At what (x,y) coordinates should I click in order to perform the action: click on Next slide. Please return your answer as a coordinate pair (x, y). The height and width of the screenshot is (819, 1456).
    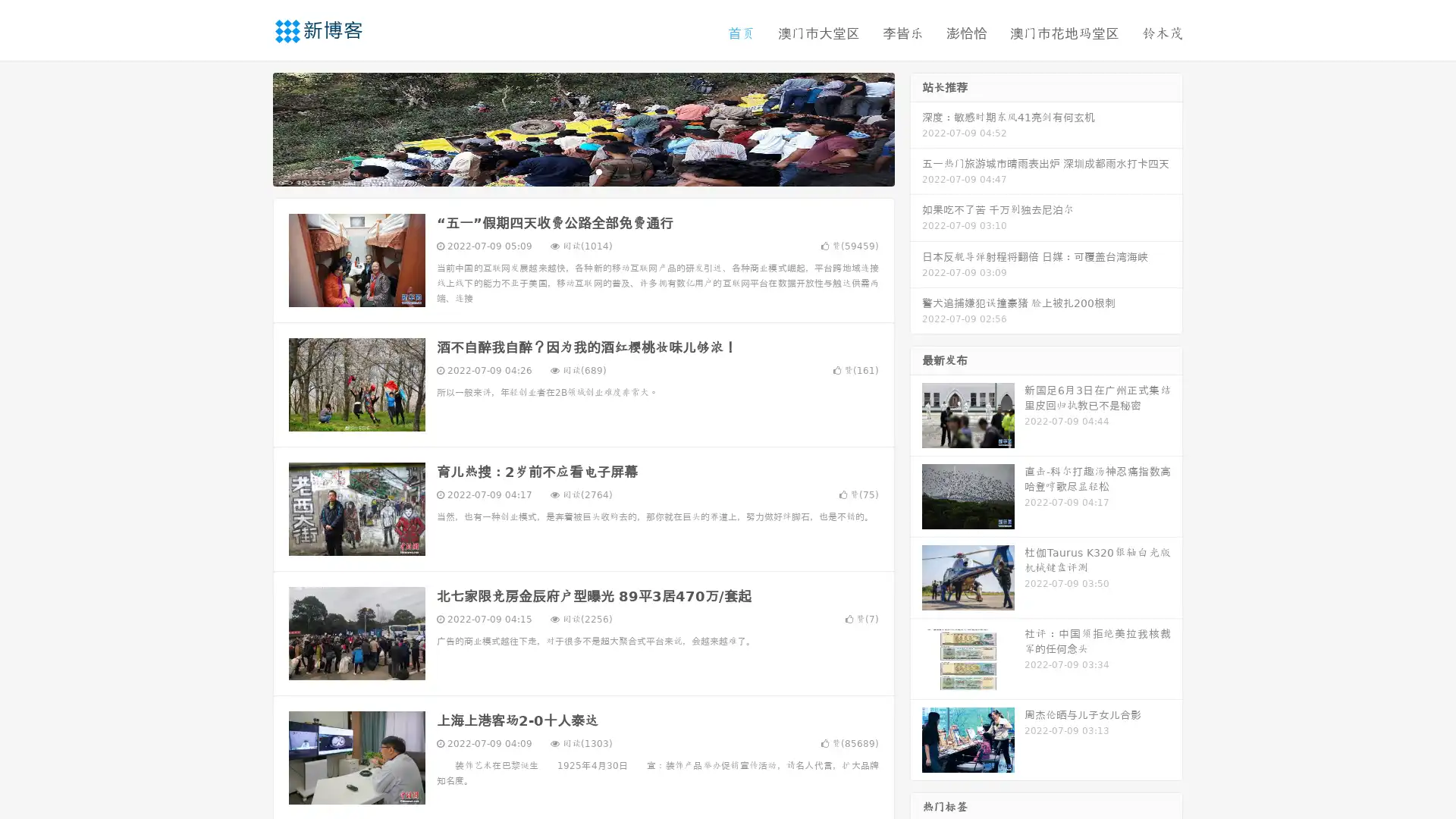
    Looking at the image, I should click on (916, 127).